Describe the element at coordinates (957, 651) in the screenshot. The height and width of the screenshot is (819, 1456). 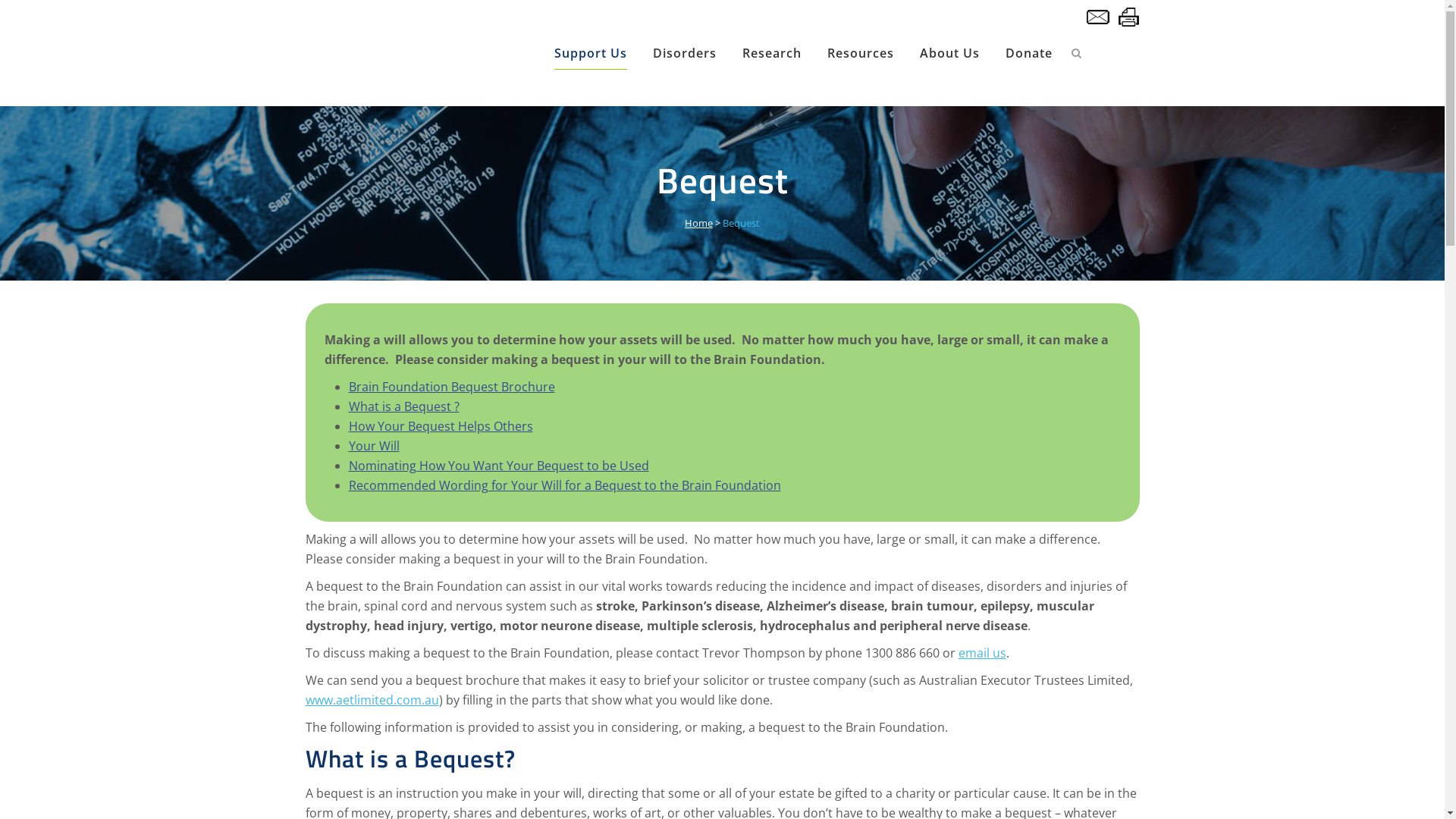
I see `'email us'` at that location.